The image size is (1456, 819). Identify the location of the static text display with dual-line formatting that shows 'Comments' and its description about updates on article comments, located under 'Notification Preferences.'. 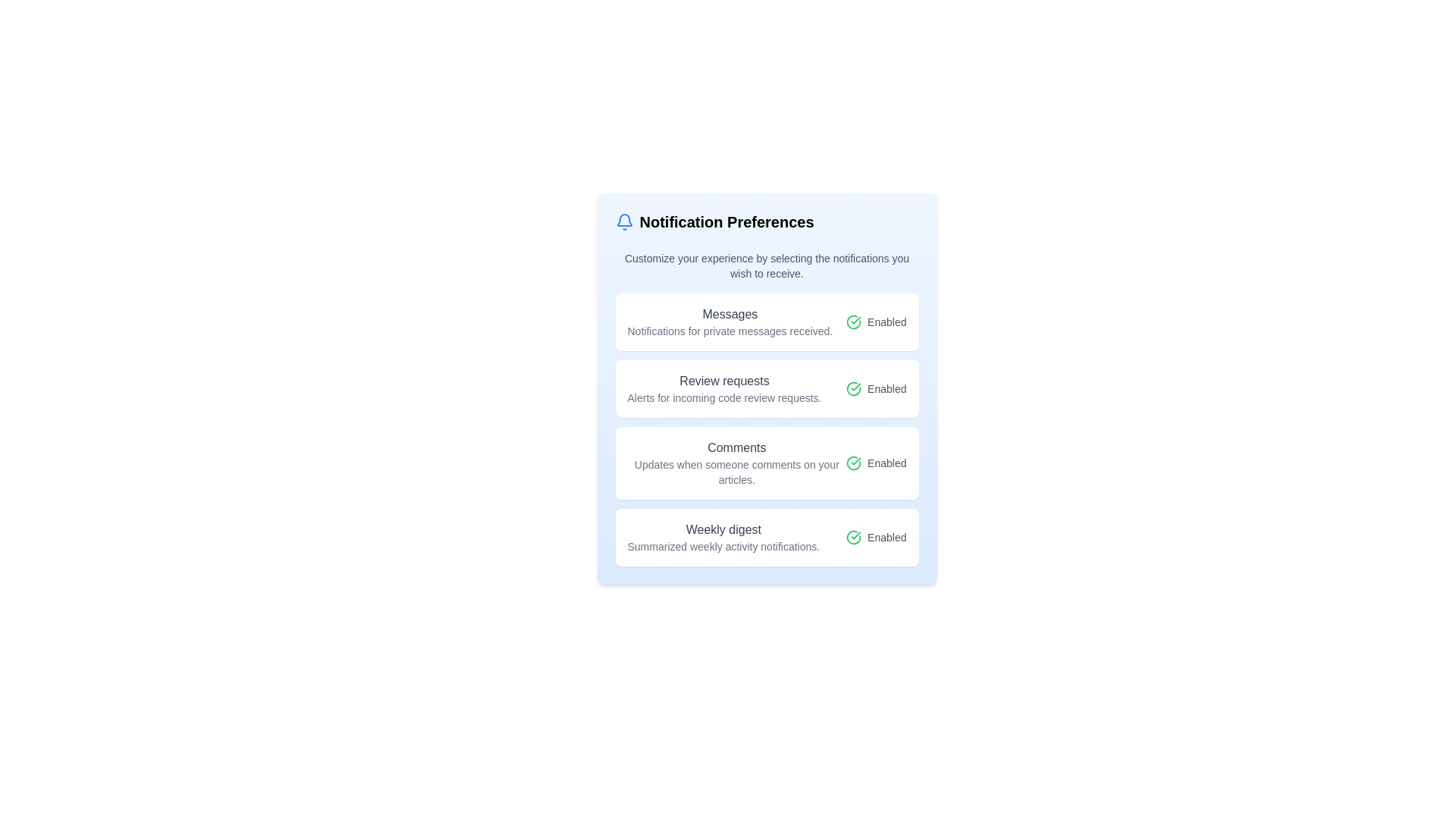
(736, 462).